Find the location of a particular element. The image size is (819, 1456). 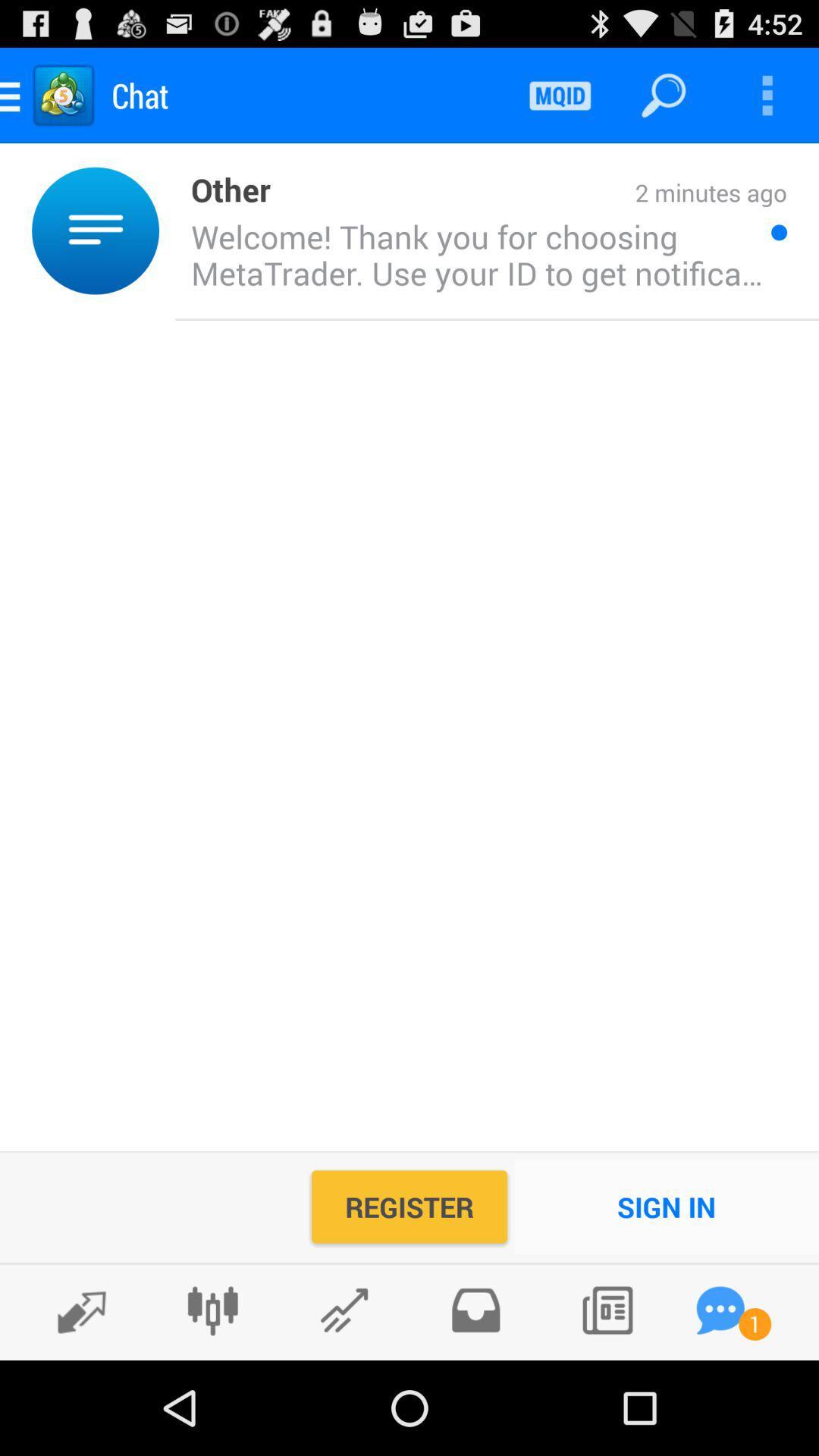

the 2 minutes ago item is located at coordinates (528, 193).